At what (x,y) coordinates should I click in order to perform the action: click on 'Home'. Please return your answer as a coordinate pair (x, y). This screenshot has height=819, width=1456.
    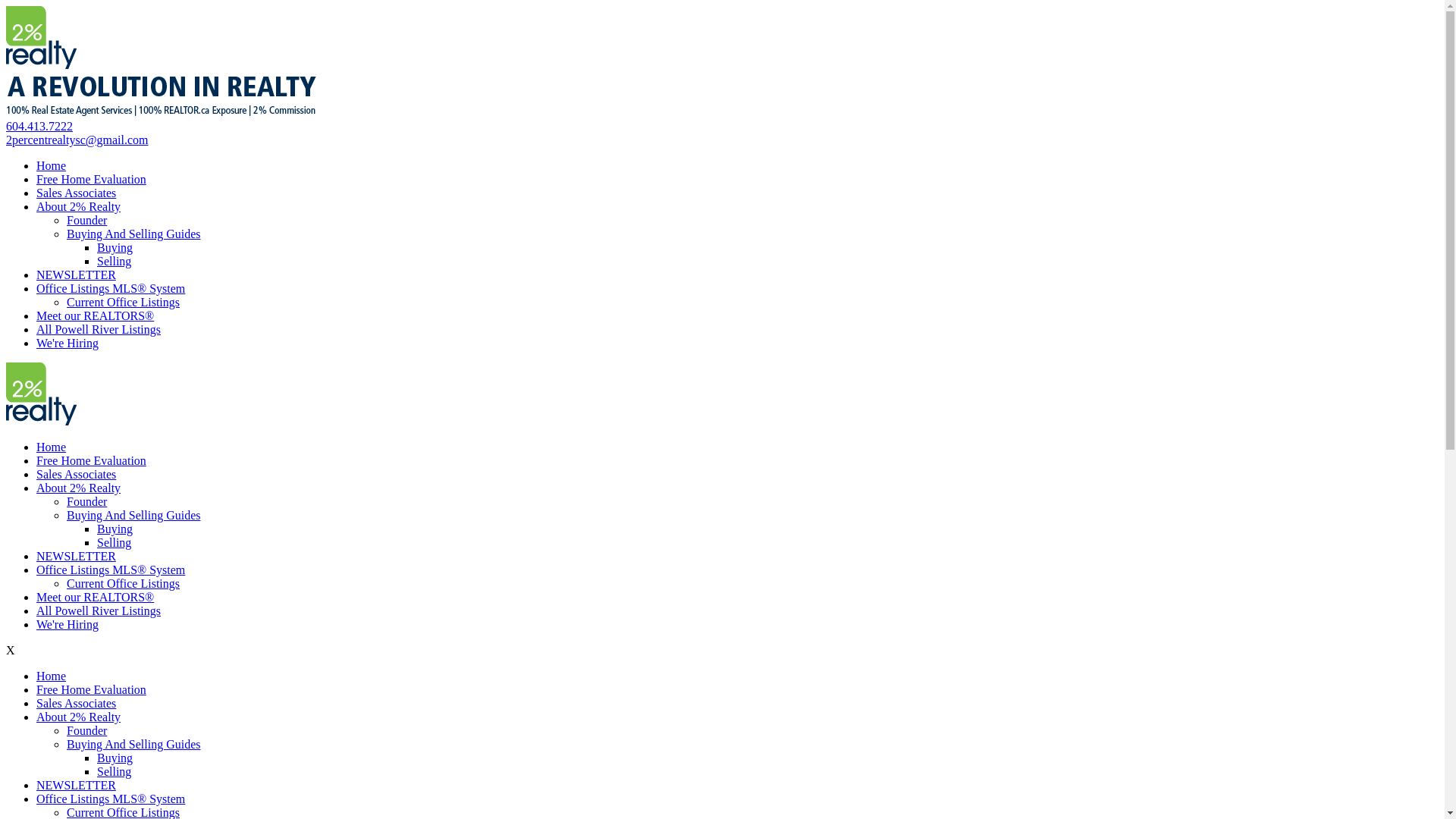
    Looking at the image, I should click on (36, 165).